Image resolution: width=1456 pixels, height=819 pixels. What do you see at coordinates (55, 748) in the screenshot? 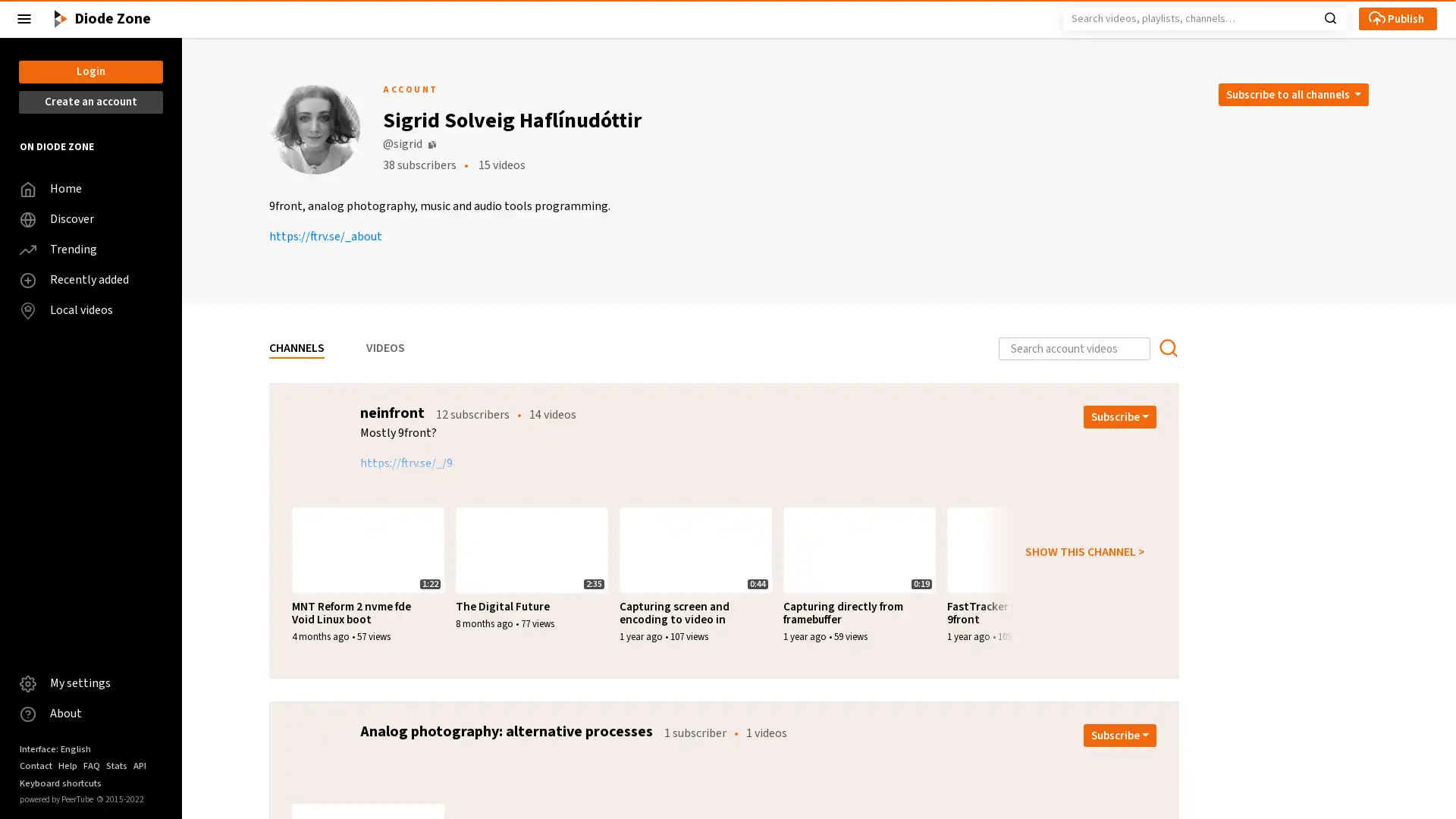
I see `Interface: English` at bounding box center [55, 748].